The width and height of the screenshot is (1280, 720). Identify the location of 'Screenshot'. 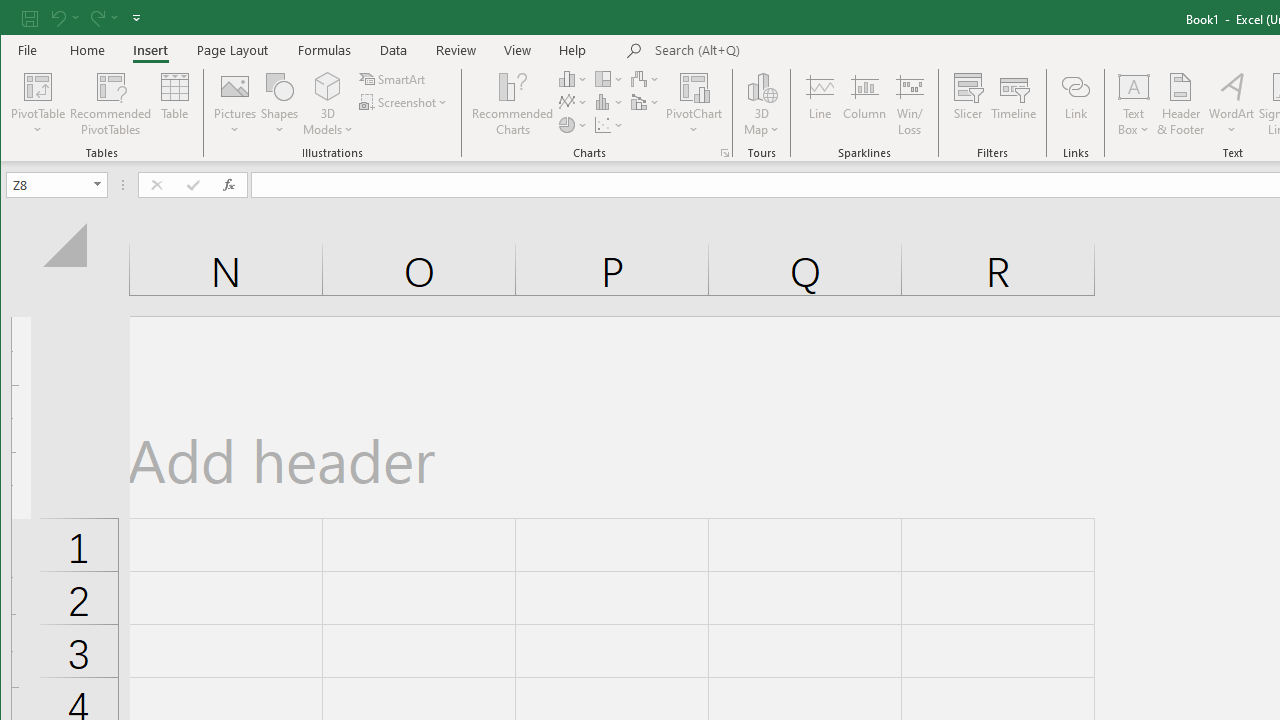
(404, 102).